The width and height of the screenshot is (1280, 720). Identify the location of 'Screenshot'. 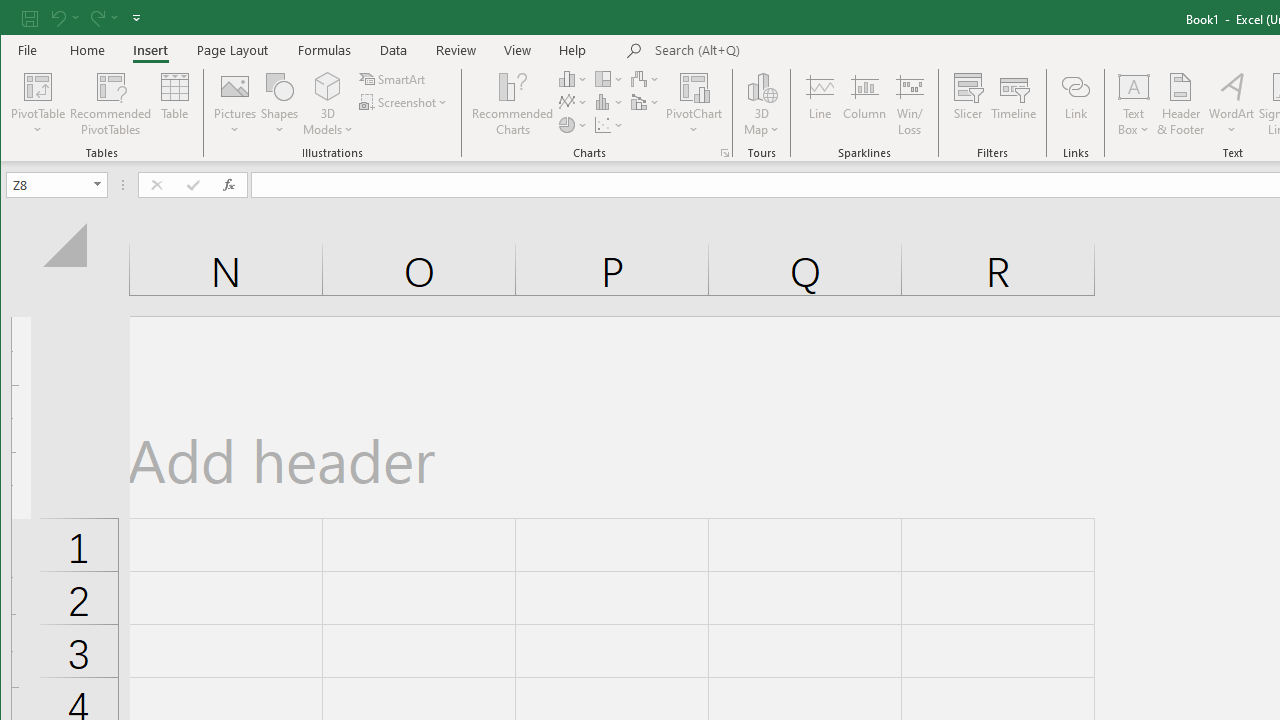
(404, 102).